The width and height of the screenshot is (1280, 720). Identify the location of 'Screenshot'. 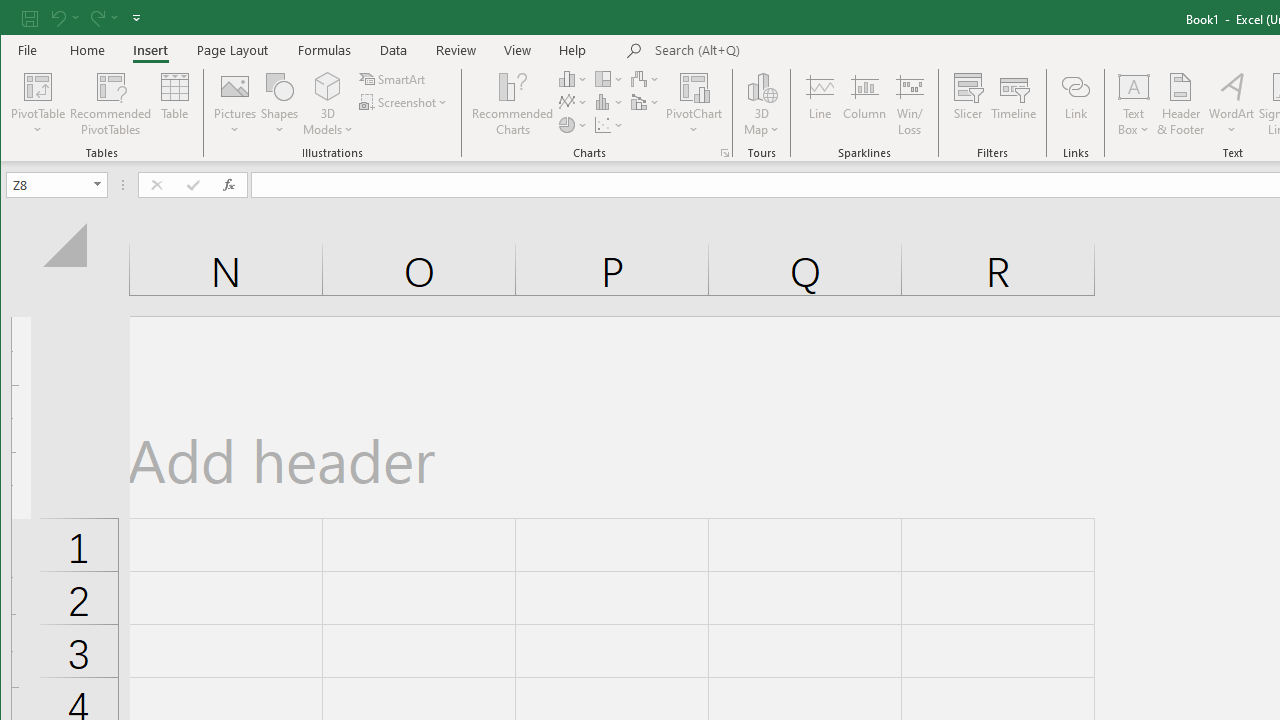
(404, 102).